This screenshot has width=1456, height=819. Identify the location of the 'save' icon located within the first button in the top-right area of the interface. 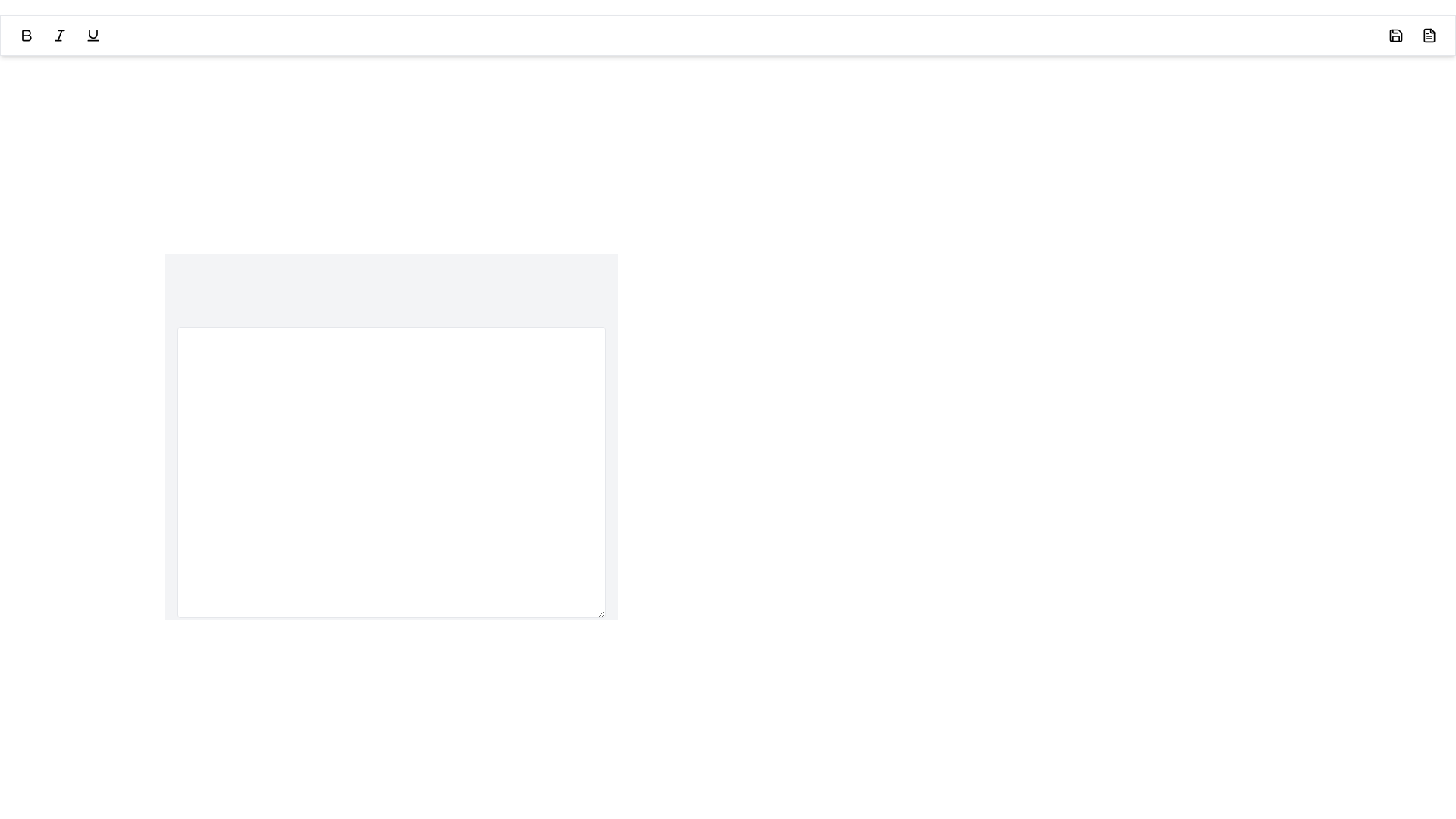
(1395, 34).